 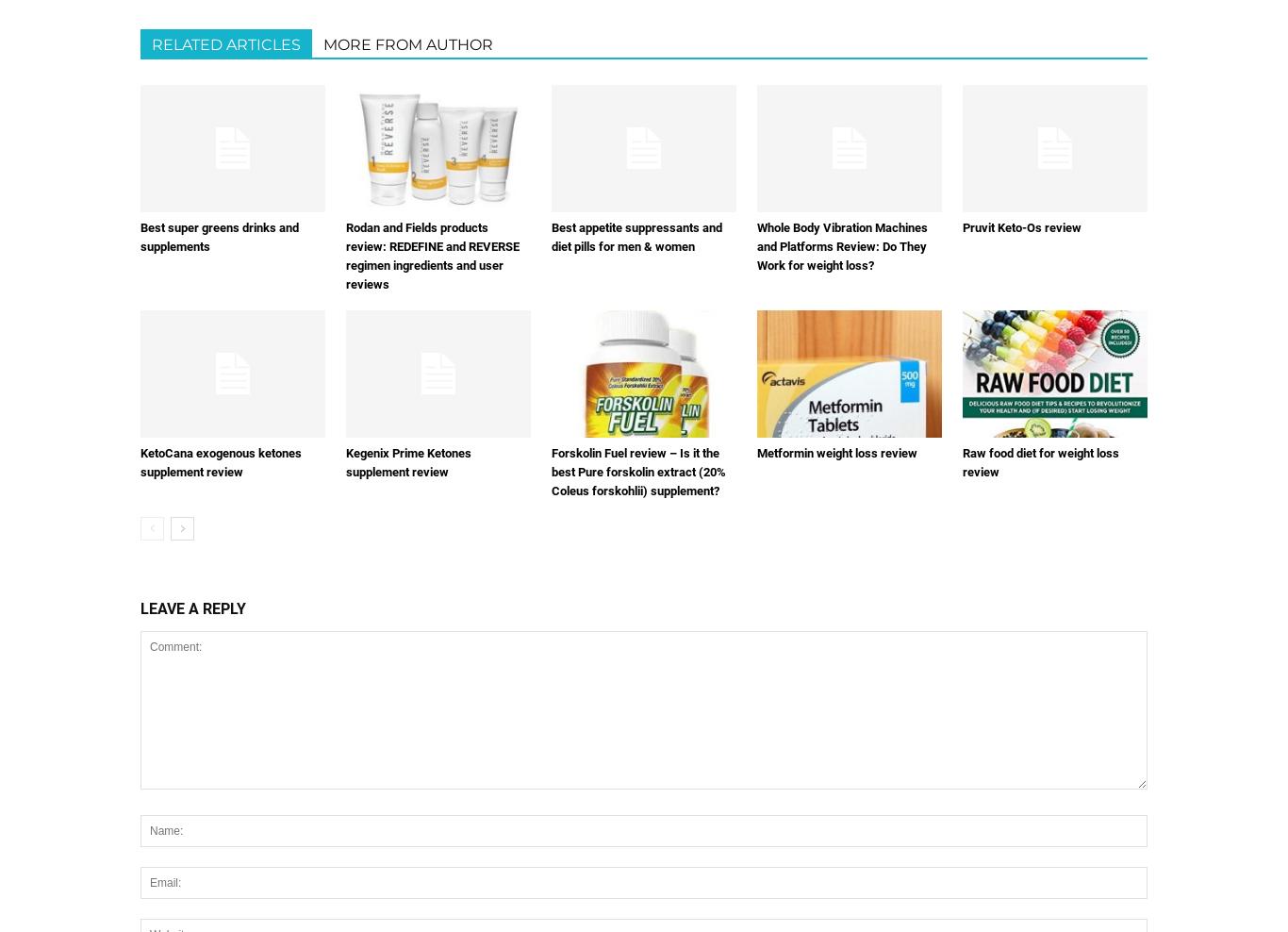 I want to click on 'Raw food diet for weight loss review', so click(x=1040, y=461).